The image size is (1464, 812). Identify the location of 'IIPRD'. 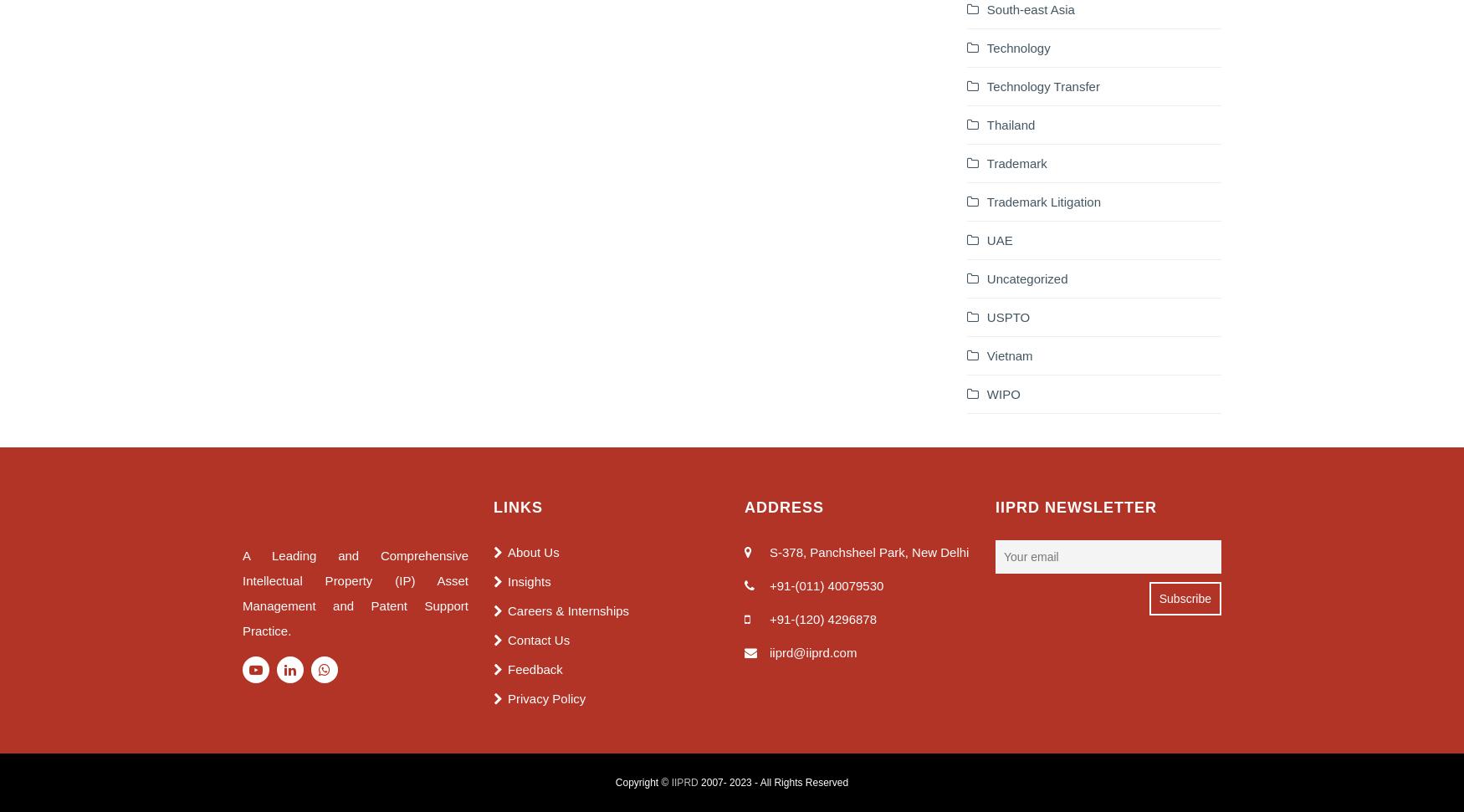
(683, 780).